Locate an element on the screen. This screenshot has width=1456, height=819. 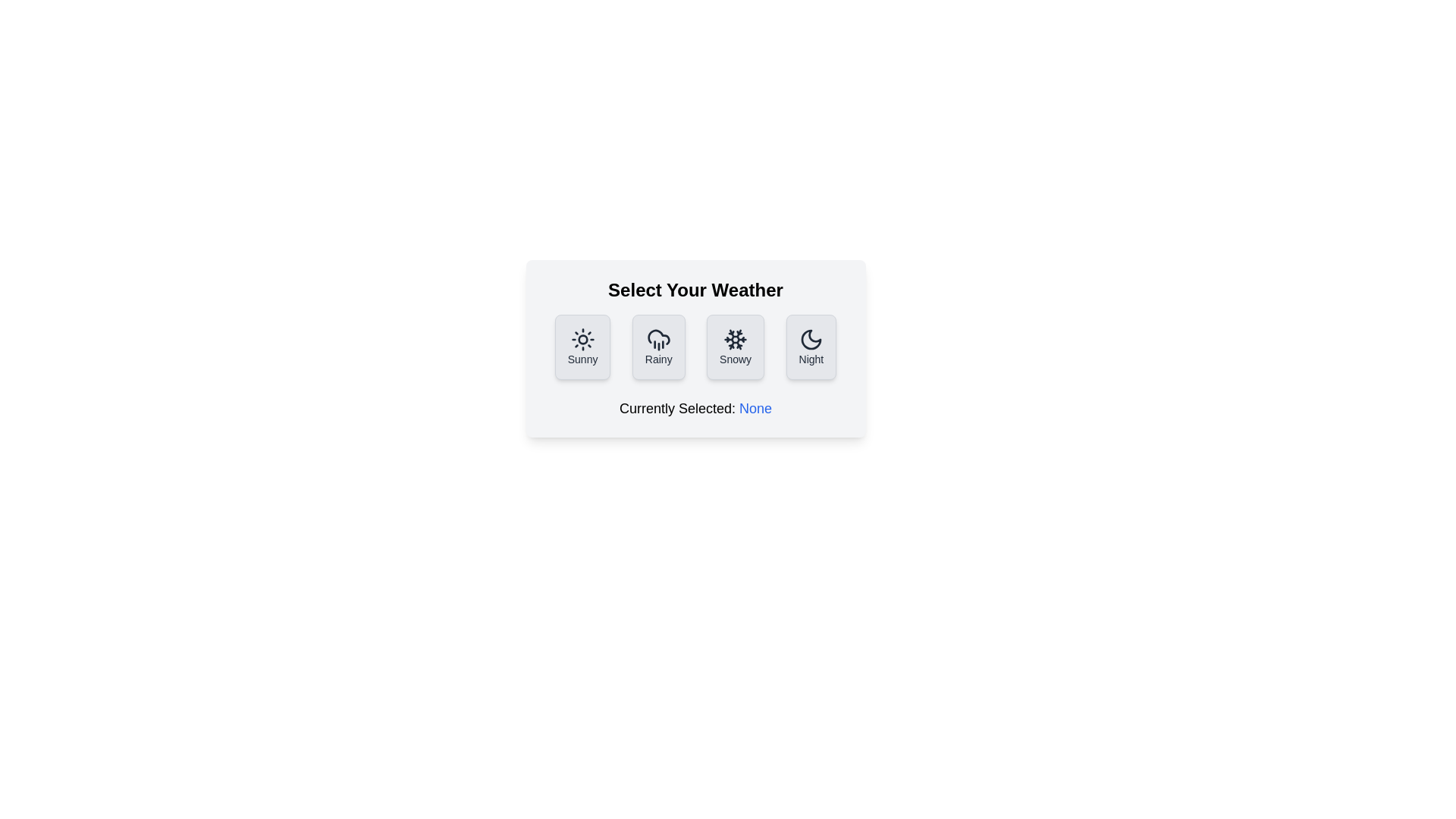
the 'Night' weather option icon located in the central interactive panel is located at coordinates (810, 338).